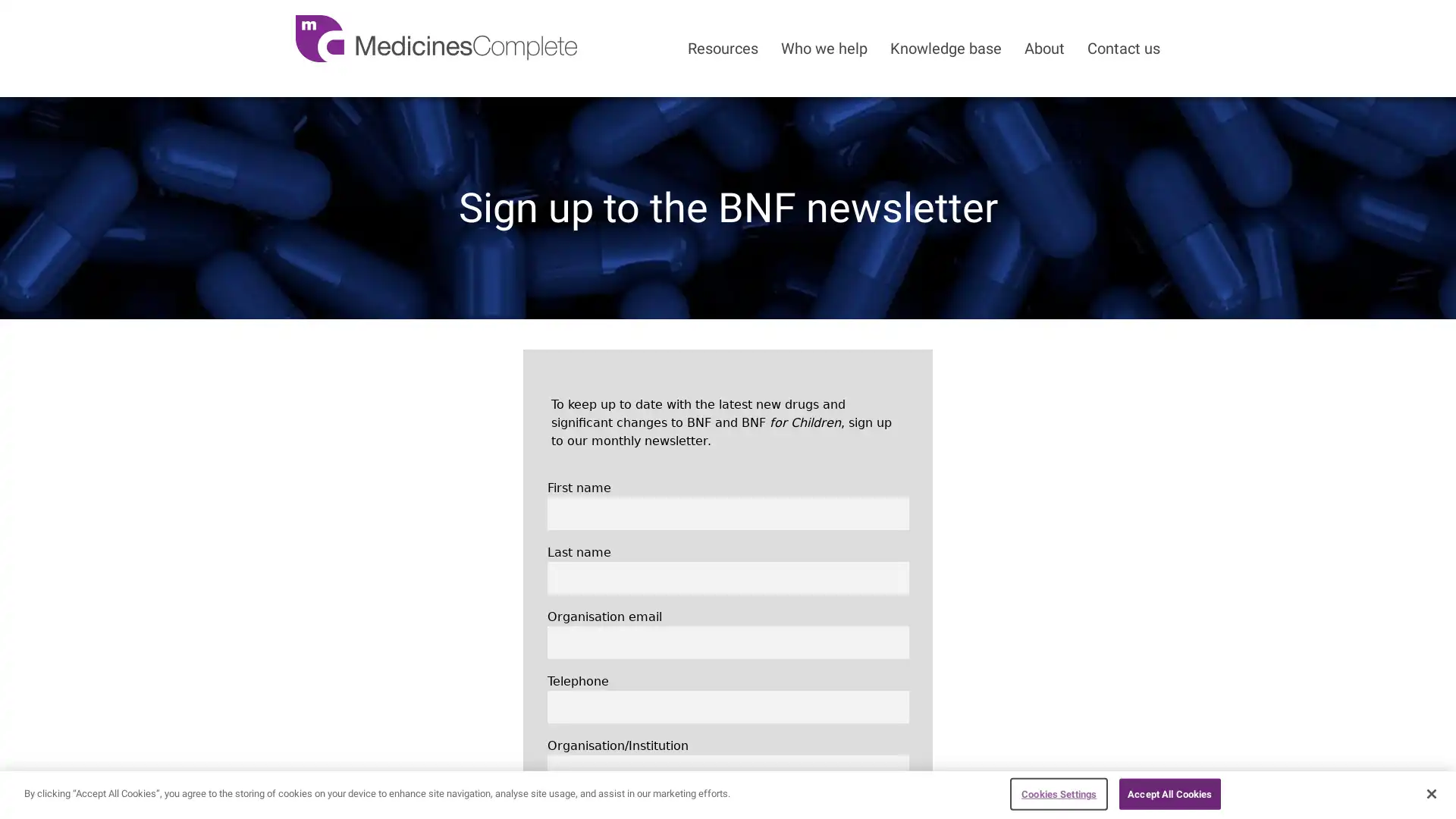 The image size is (1456, 819). I want to click on Cookies Settings, so click(1058, 792).